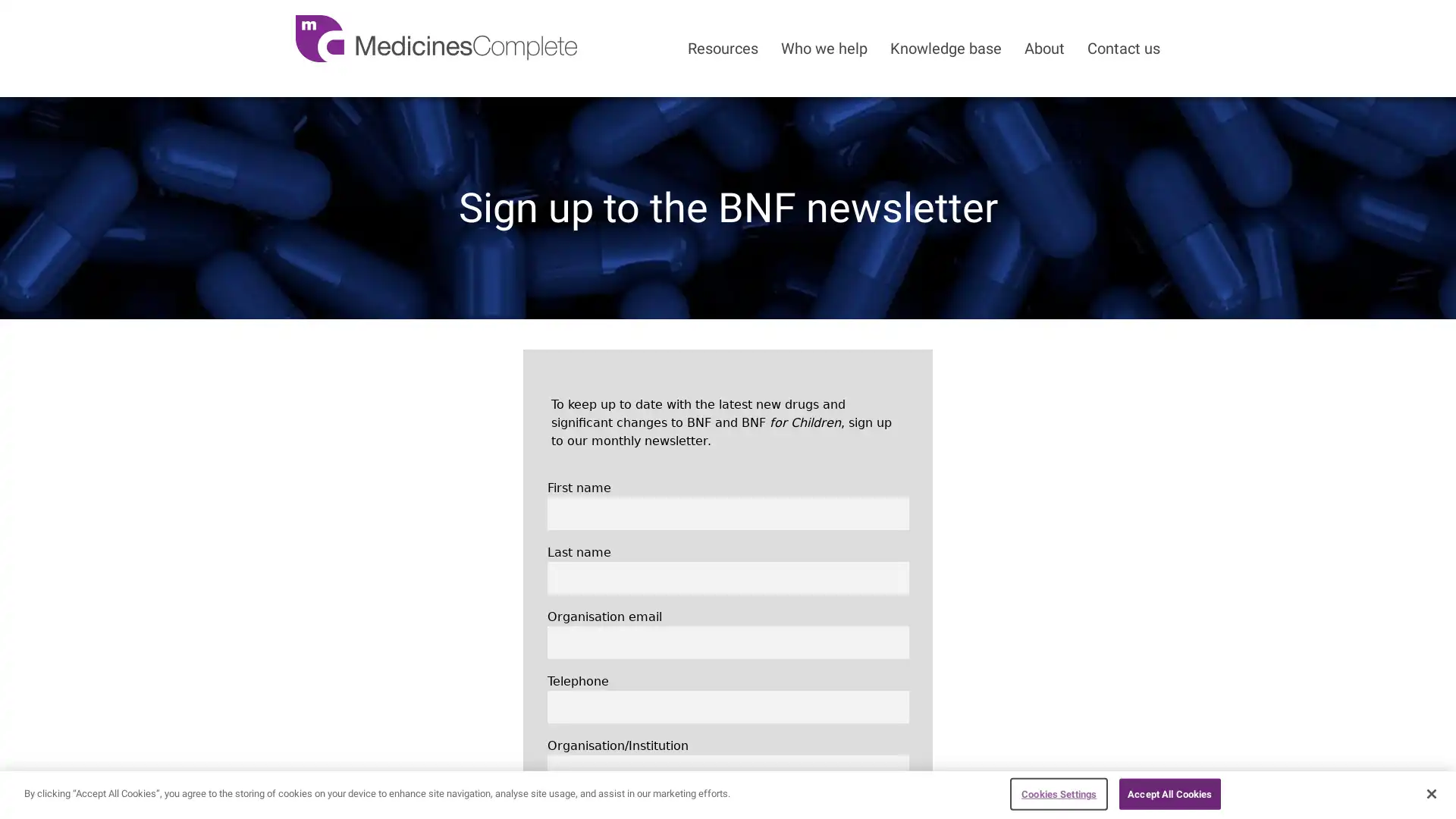 The image size is (1456, 819). I want to click on Cookies Settings, so click(1058, 792).